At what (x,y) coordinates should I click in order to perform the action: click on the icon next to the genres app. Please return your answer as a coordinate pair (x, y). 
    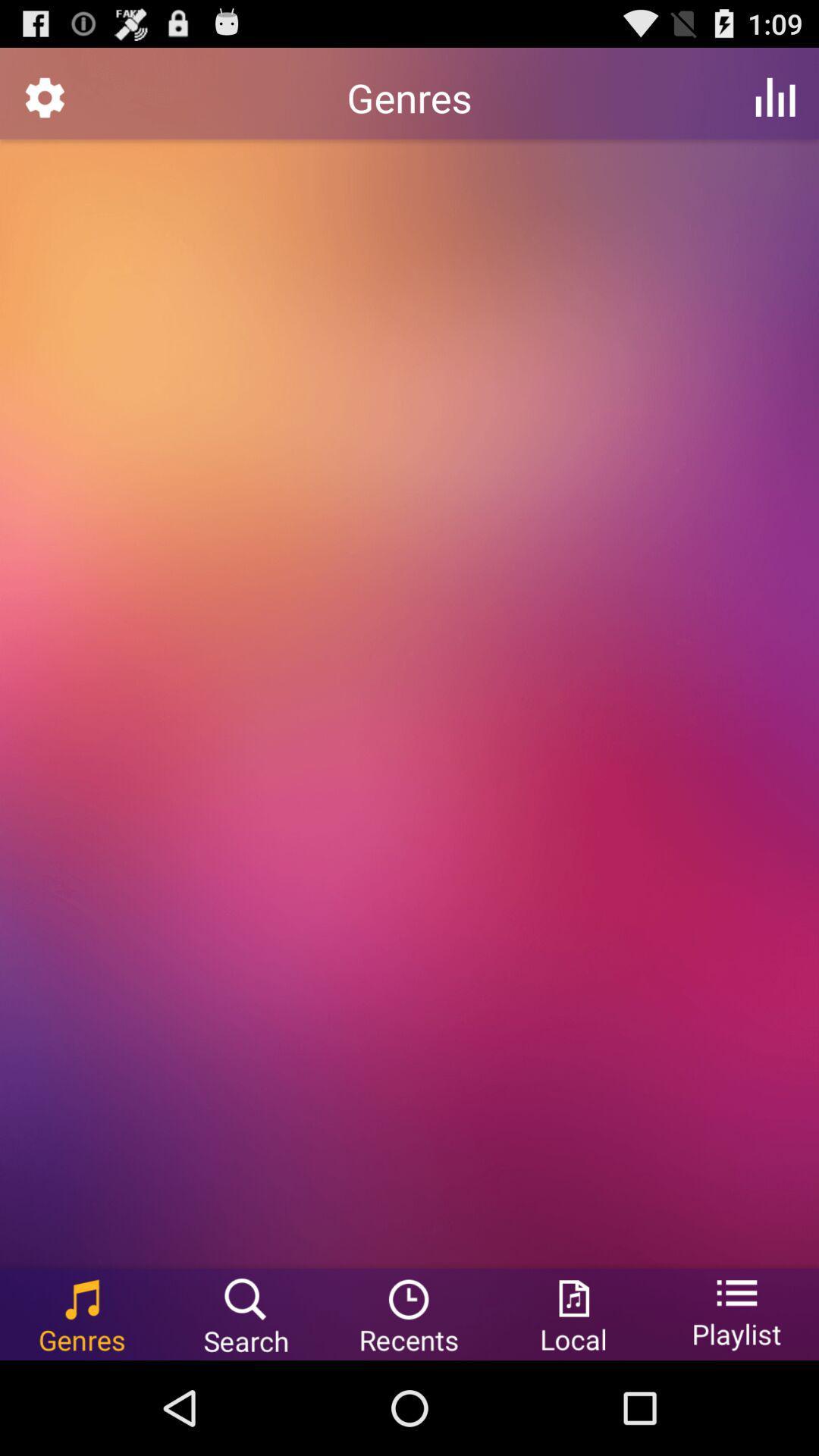
    Looking at the image, I should click on (775, 96).